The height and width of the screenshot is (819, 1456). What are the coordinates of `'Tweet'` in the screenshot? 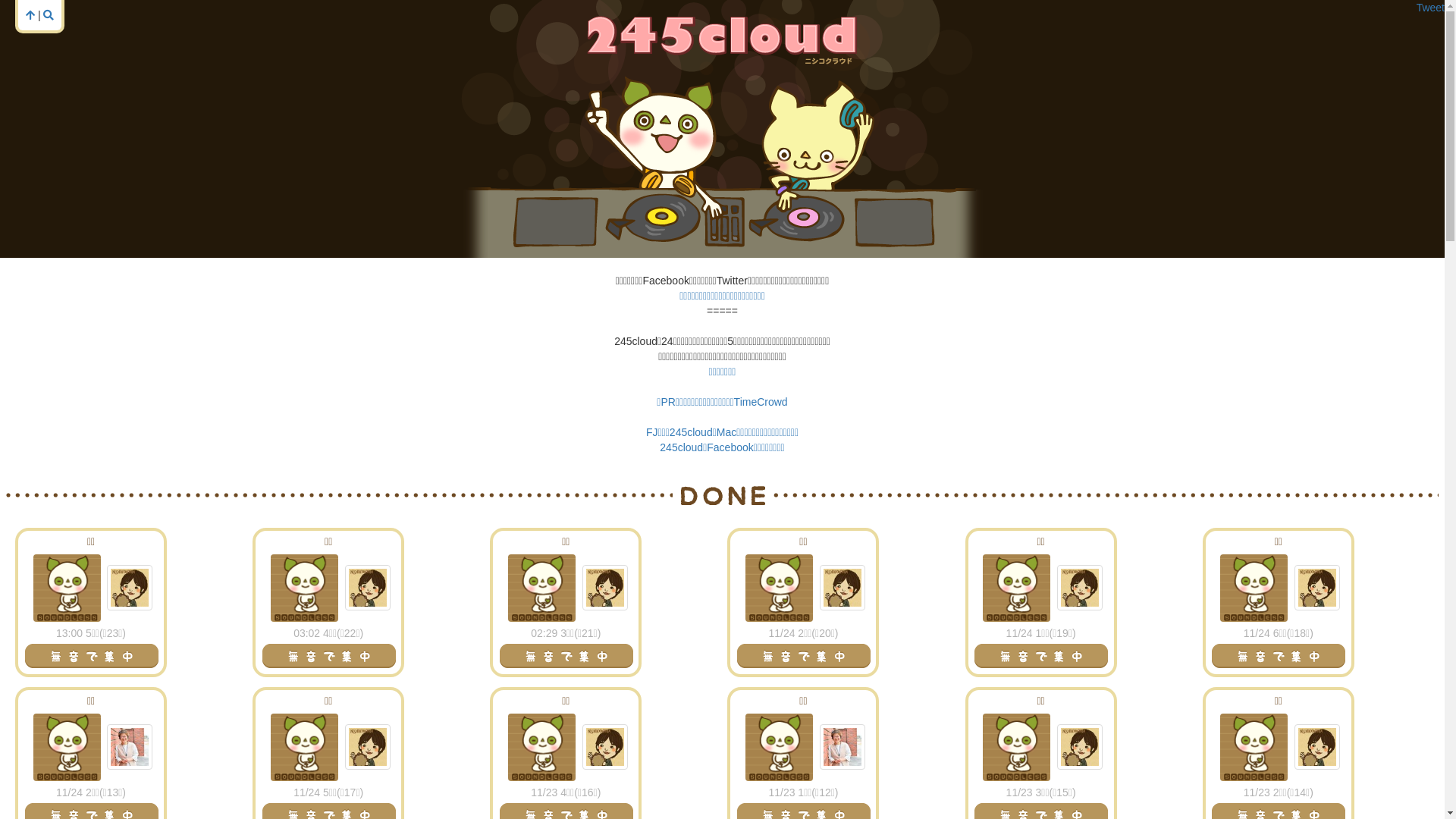 It's located at (1429, 8).